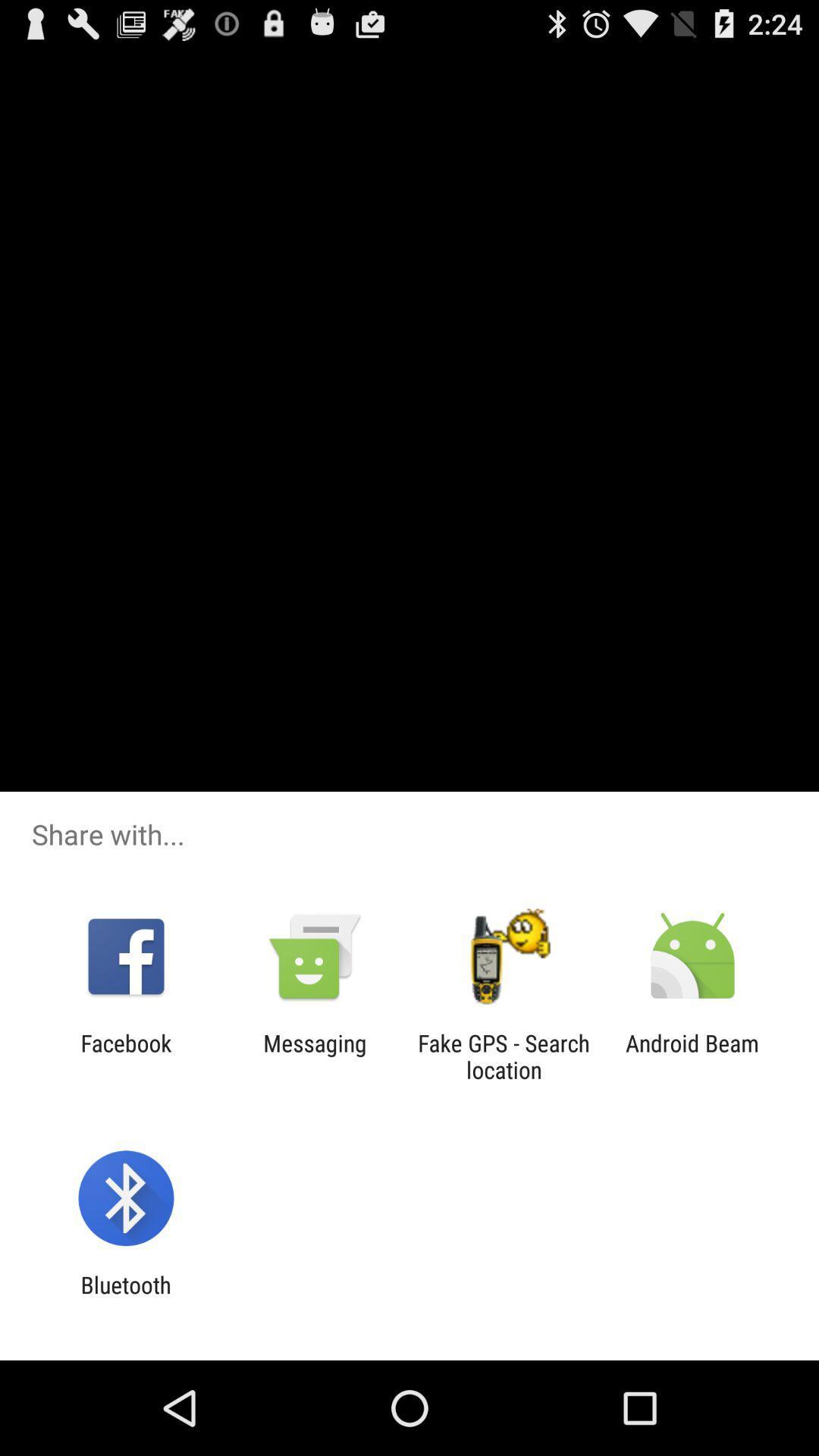  Describe the element at coordinates (314, 1056) in the screenshot. I see `app next to fake gps search` at that location.